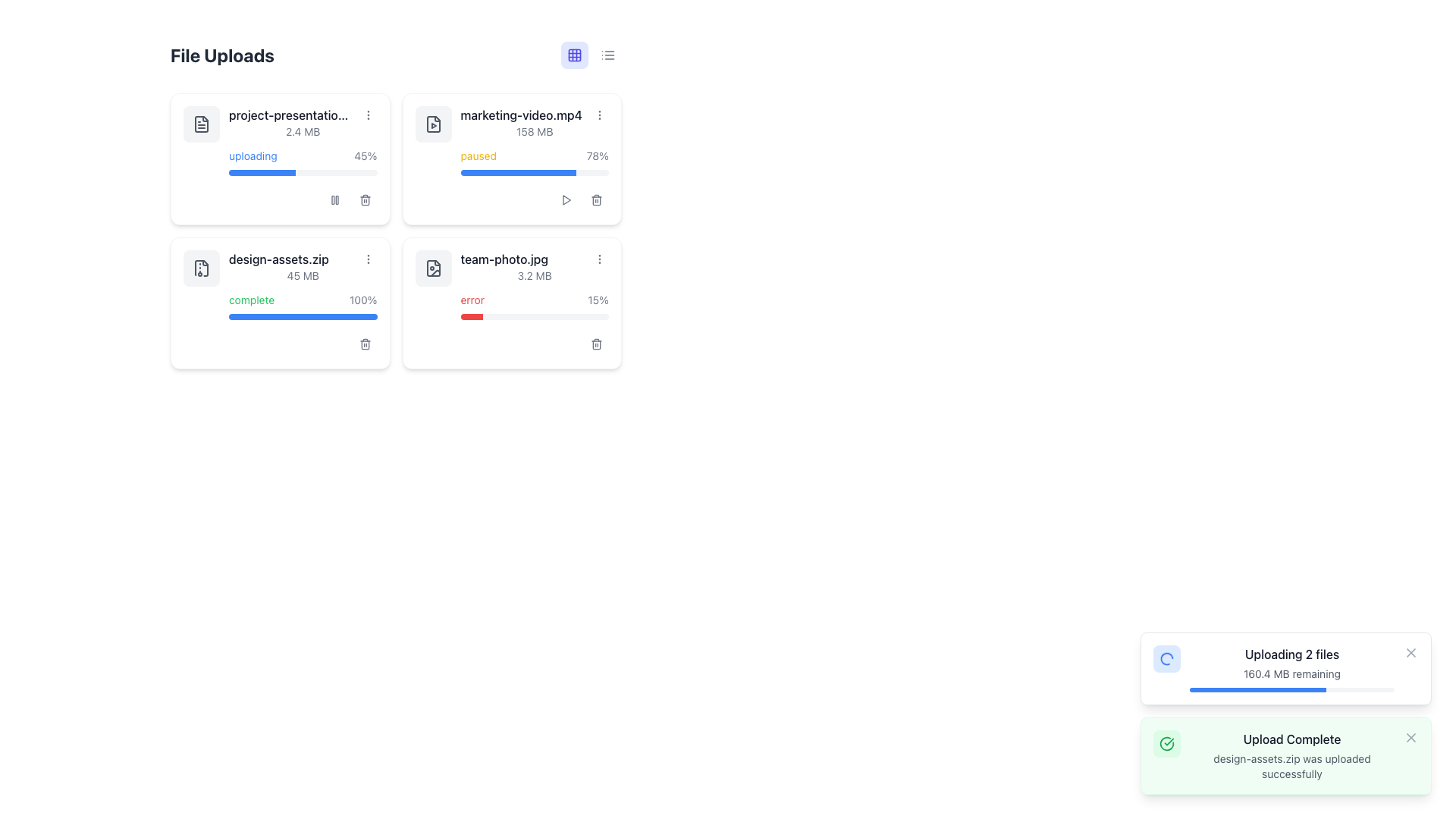 This screenshot has height=819, width=1456. I want to click on the structural graphical element located in the top-left corner of the 3x3 grid icon in the top-center area of the interface, so click(574, 55).